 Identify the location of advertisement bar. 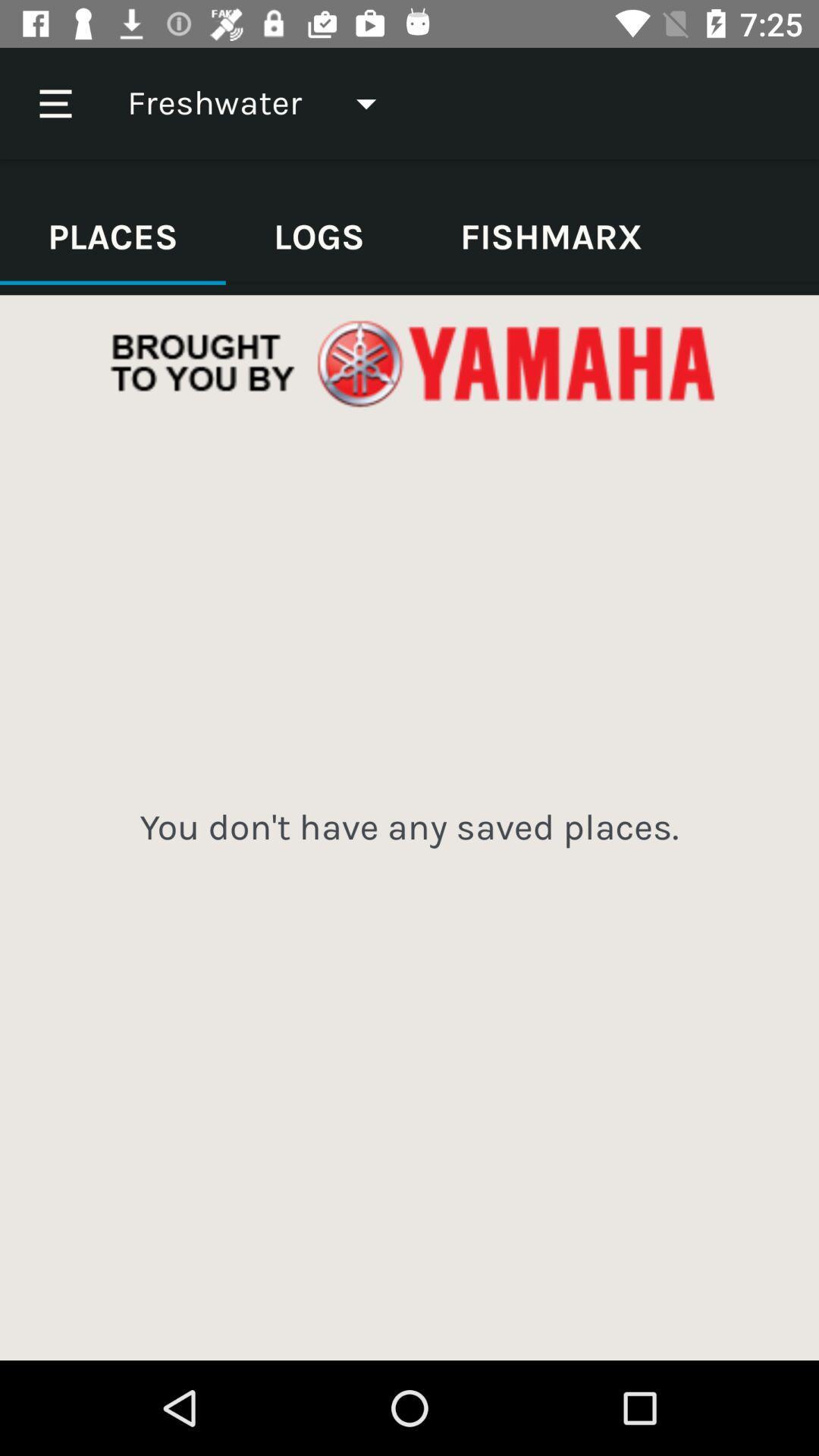
(409, 365).